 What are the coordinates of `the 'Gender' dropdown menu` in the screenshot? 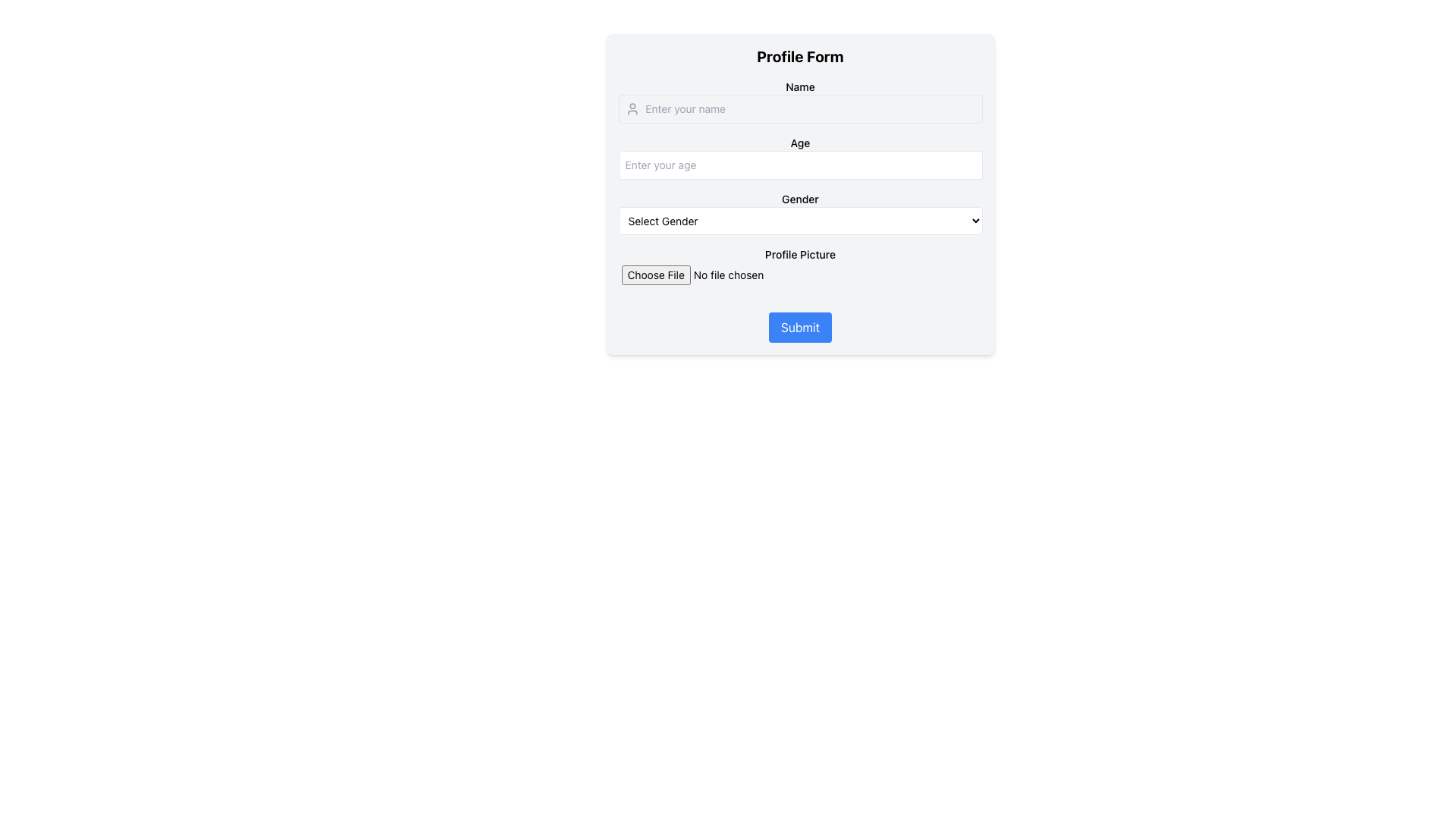 It's located at (799, 213).